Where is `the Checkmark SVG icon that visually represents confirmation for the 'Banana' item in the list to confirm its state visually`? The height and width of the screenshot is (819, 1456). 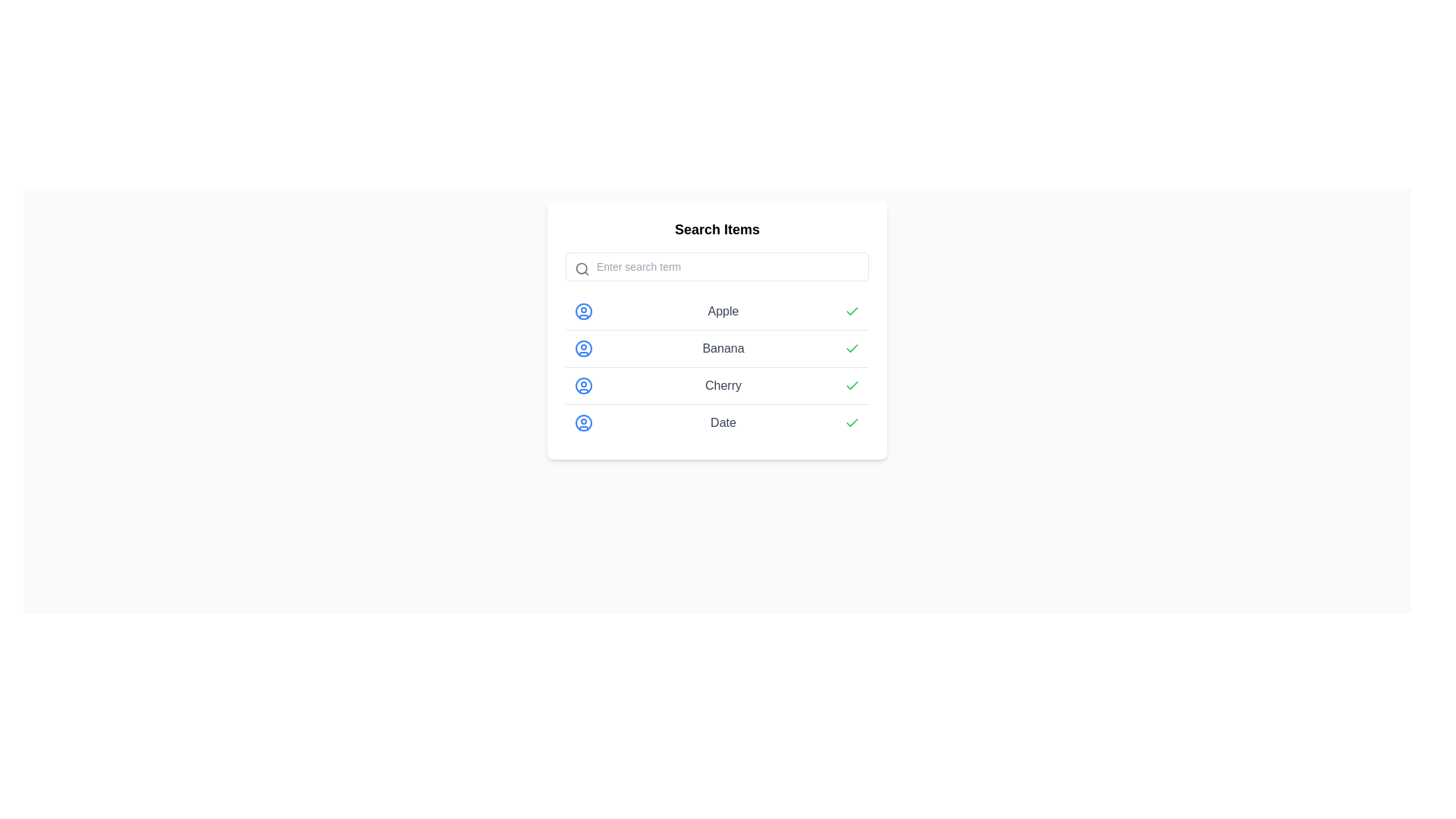
the Checkmark SVG icon that visually represents confirmation for the 'Banana' item in the list to confirm its state visually is located at coordinates (852, 348).